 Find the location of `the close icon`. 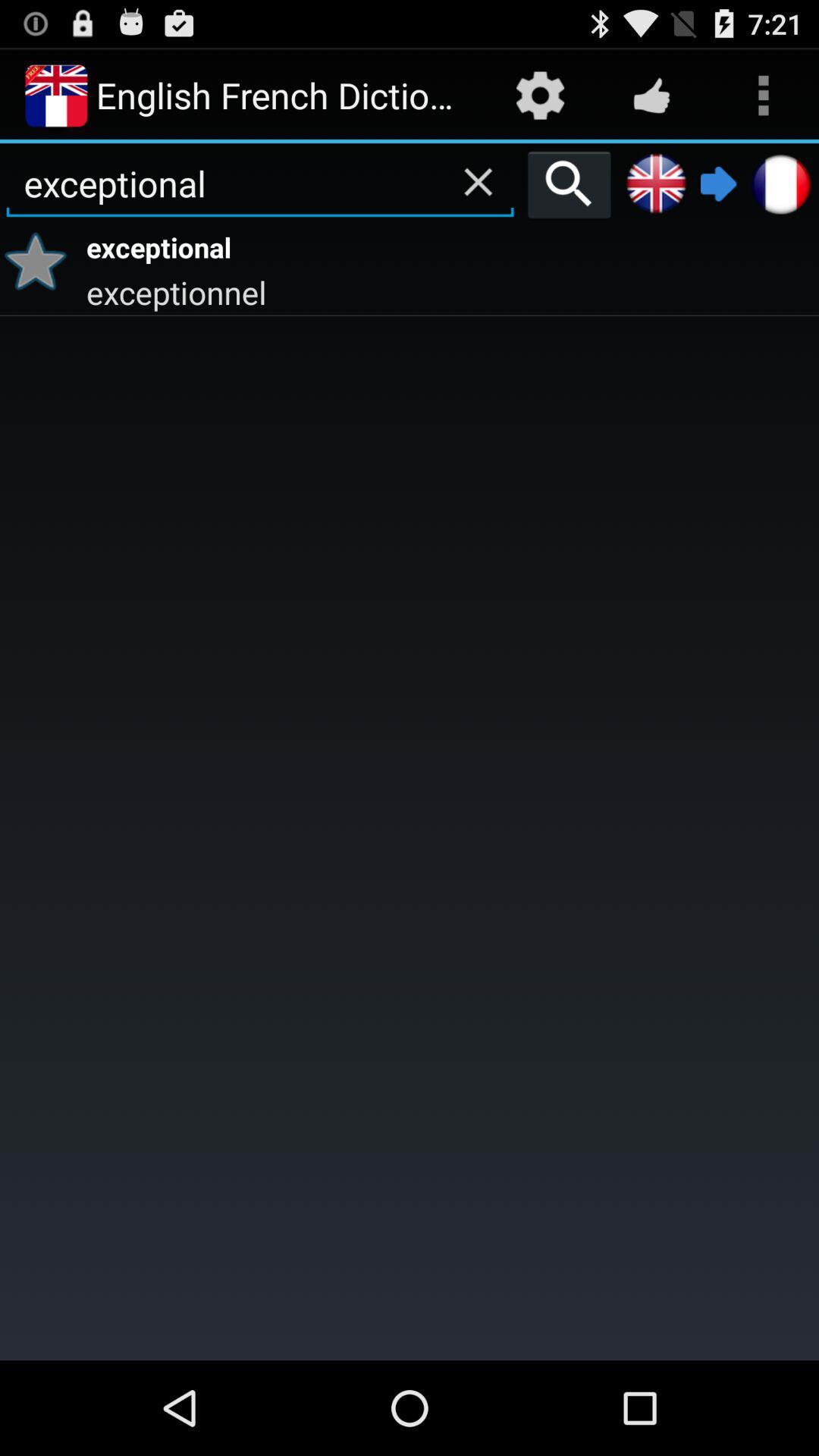

the close icon is located at coordinates (478, 193).